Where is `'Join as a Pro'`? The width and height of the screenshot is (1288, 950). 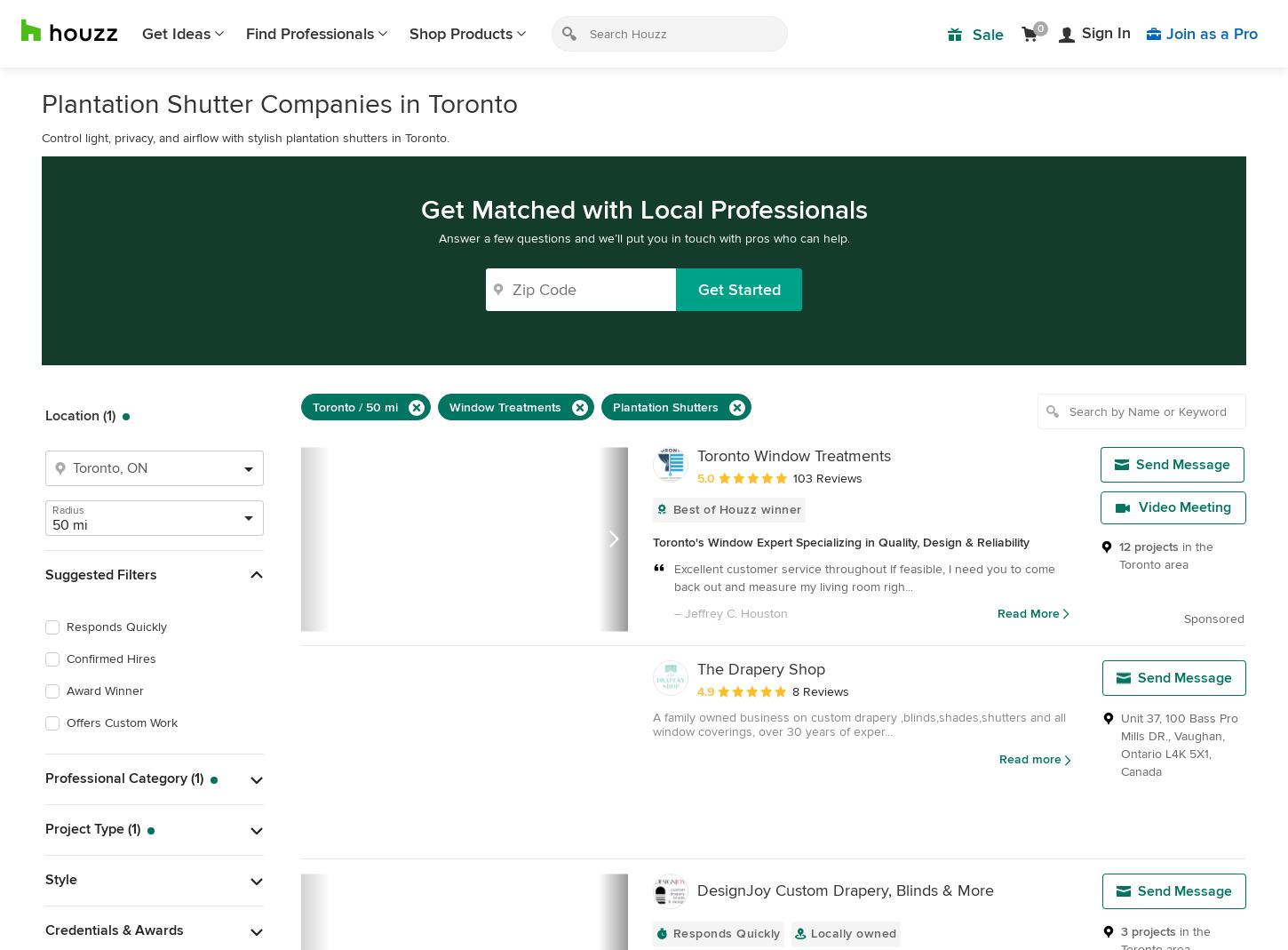 'Join as a Pro' is located at coordinates (1211, 32).